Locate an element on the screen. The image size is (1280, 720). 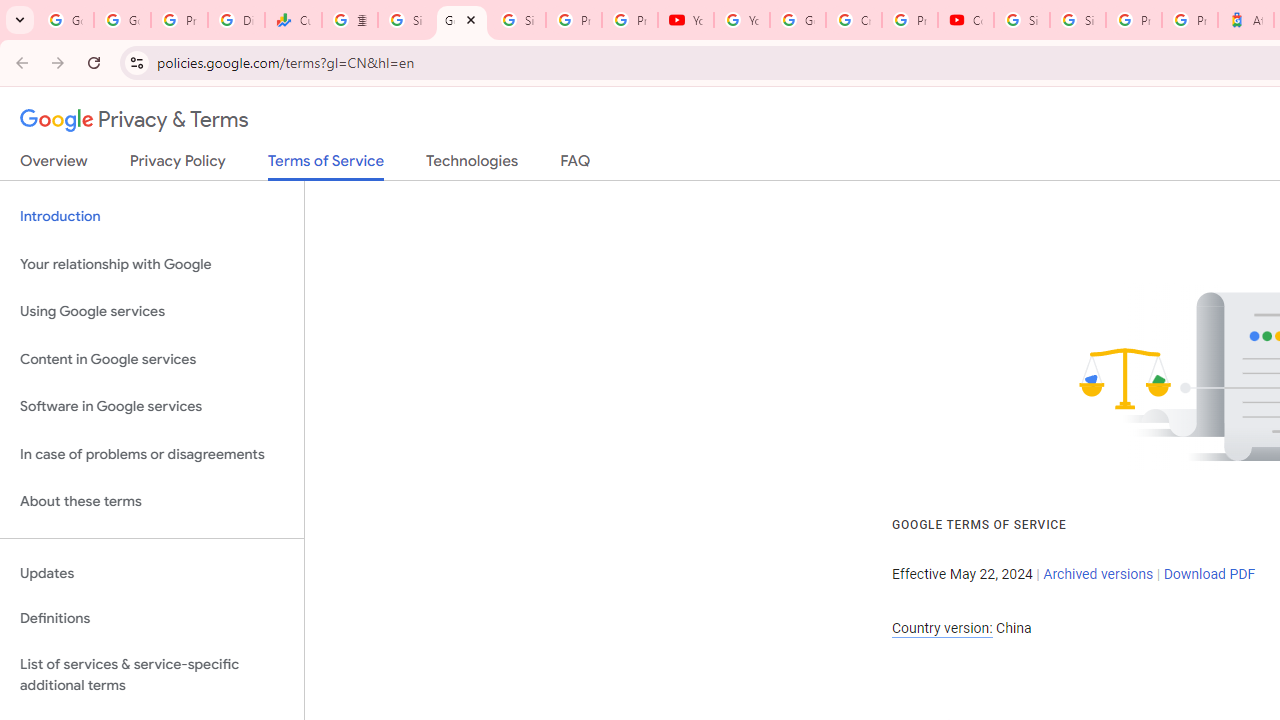
'YouTube' is located at coordinates (741, 20).